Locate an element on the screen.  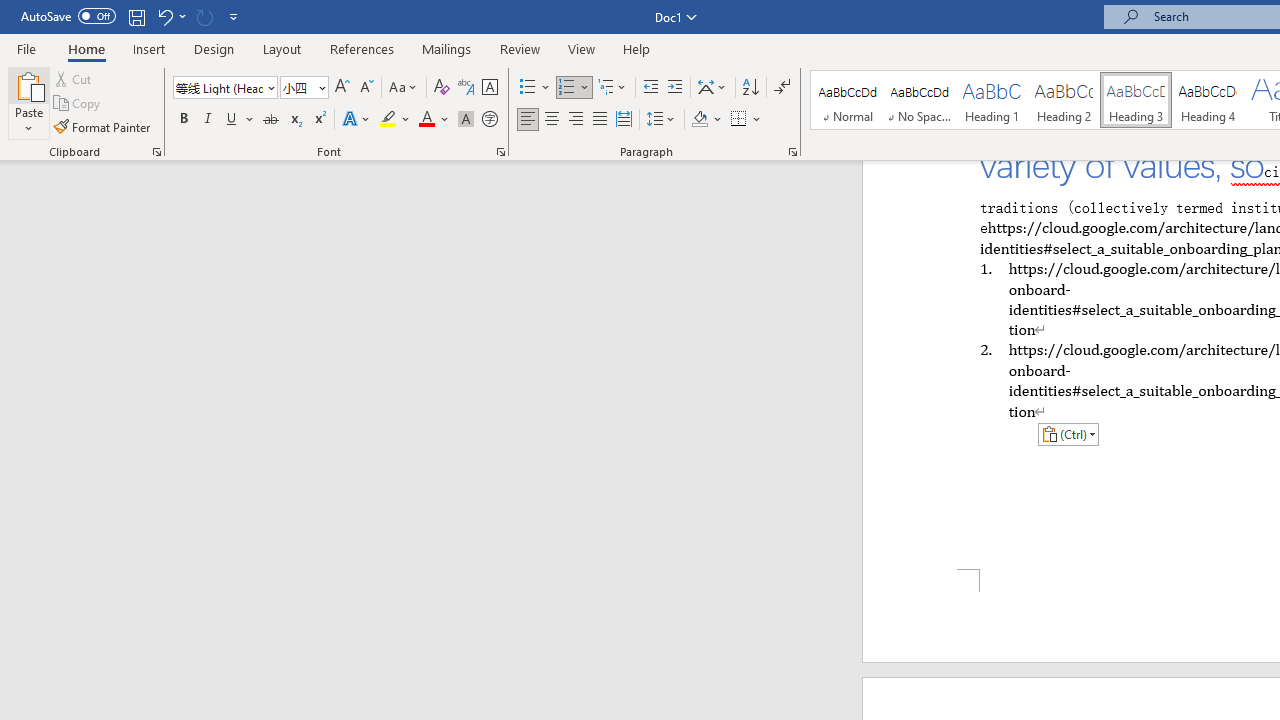
'Phonetic Guide...' is located at coordinates (464, 86).